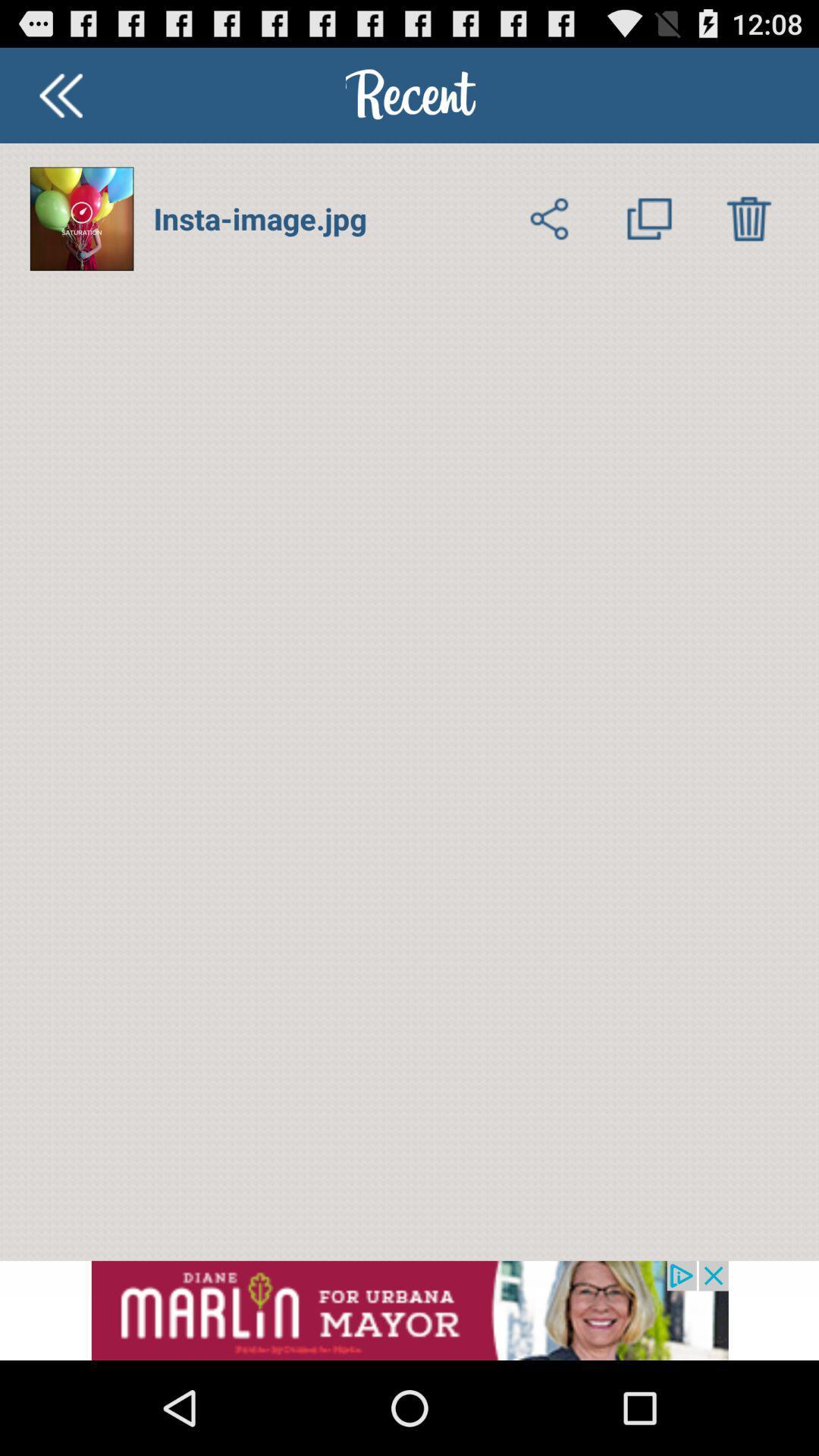  I want to click on go back, so click(60, 94).